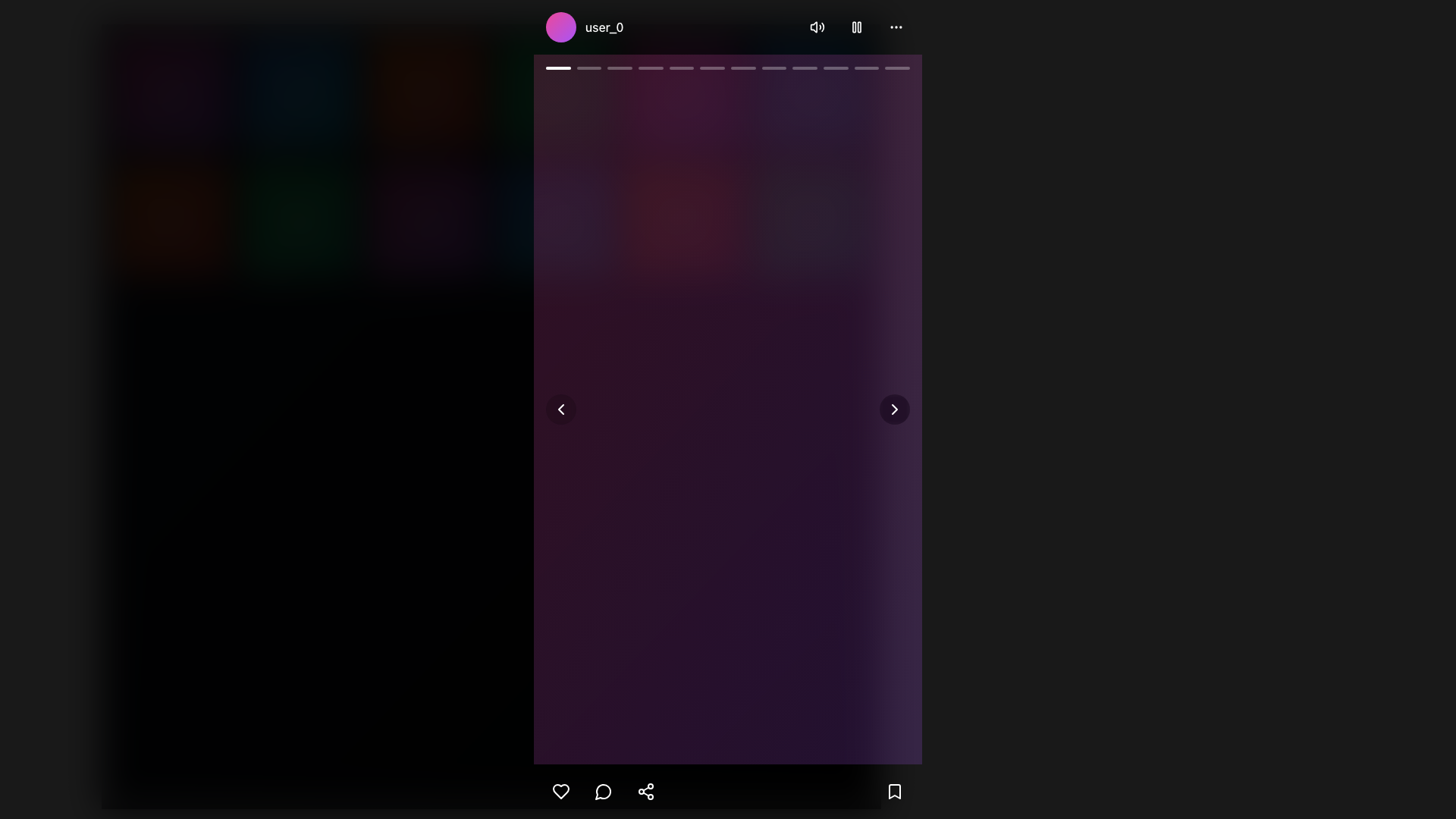  I want to click on the text label displaying 'user_0' located next to the avatar circle in the UI header section, so click(604, 27).